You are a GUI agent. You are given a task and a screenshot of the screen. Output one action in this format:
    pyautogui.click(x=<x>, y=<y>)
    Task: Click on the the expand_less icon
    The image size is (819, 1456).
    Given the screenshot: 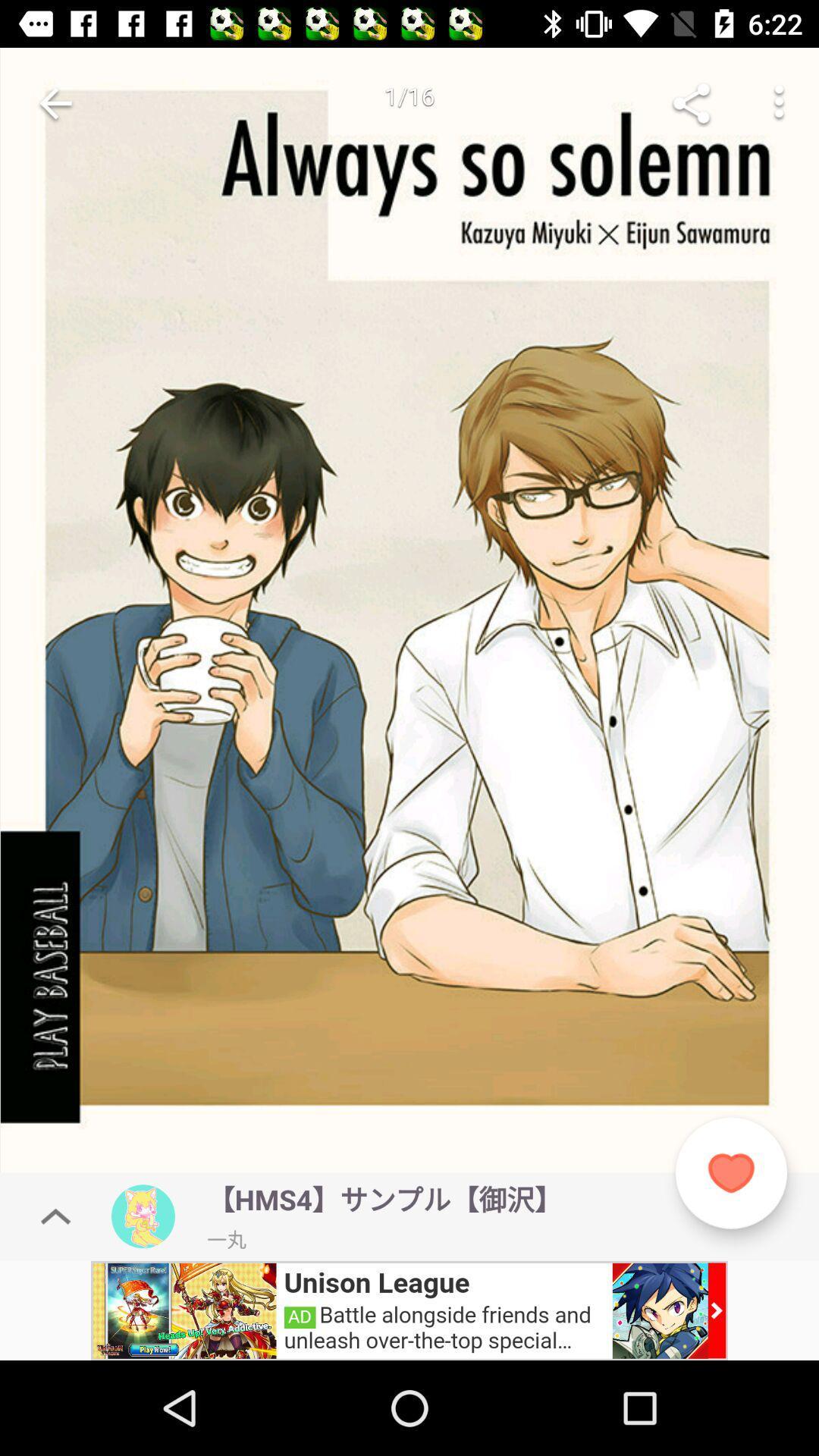 What is the action you would take?
    pyautogui.click(x=55, y=1216)
    